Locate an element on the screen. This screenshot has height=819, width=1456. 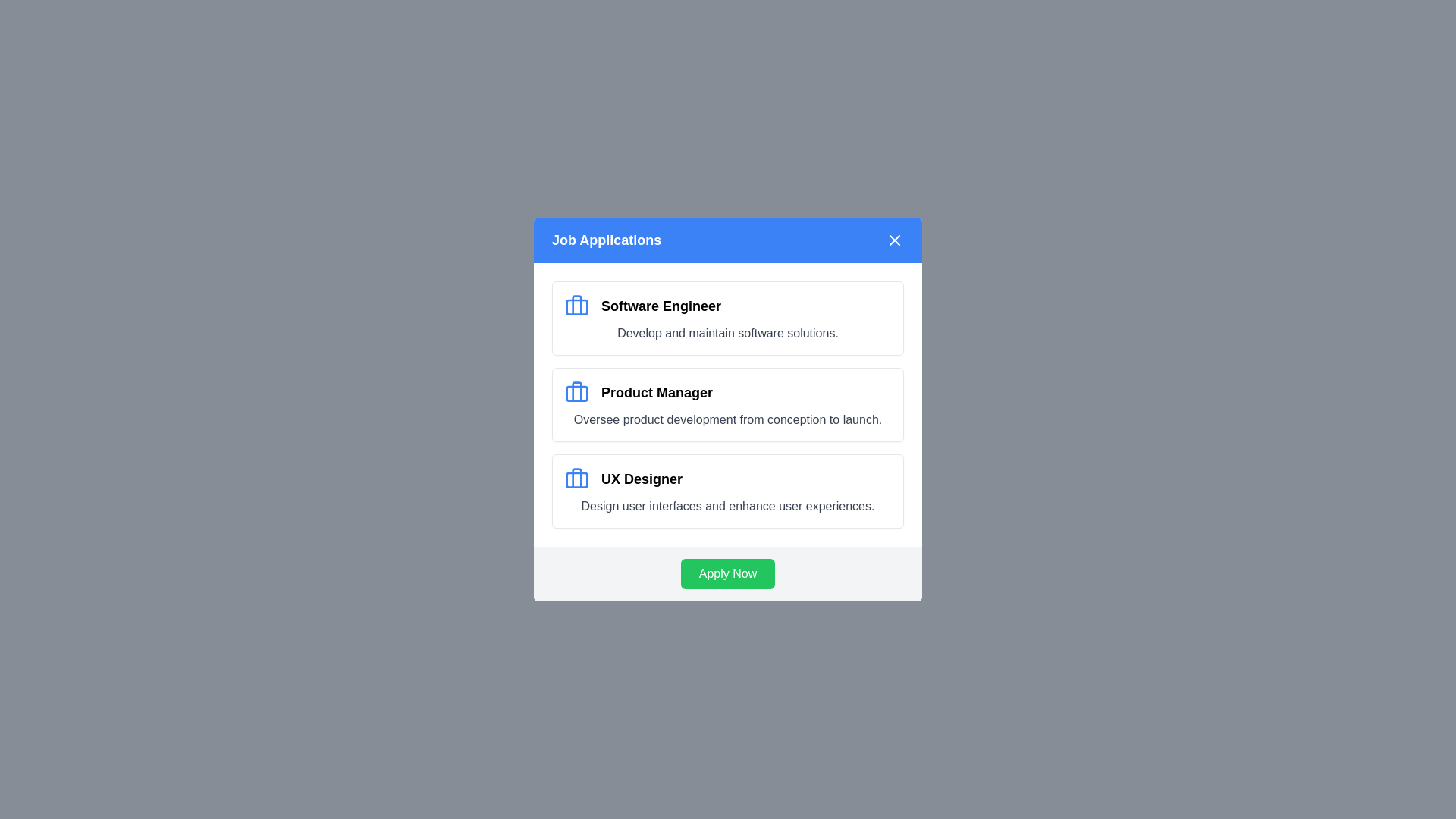
the 'Product Manager' job title label in the second card of the job list in the modal, which is positioned below 'Software Engineer' and above 'UX Designer' is located at coordinates (657, 391).